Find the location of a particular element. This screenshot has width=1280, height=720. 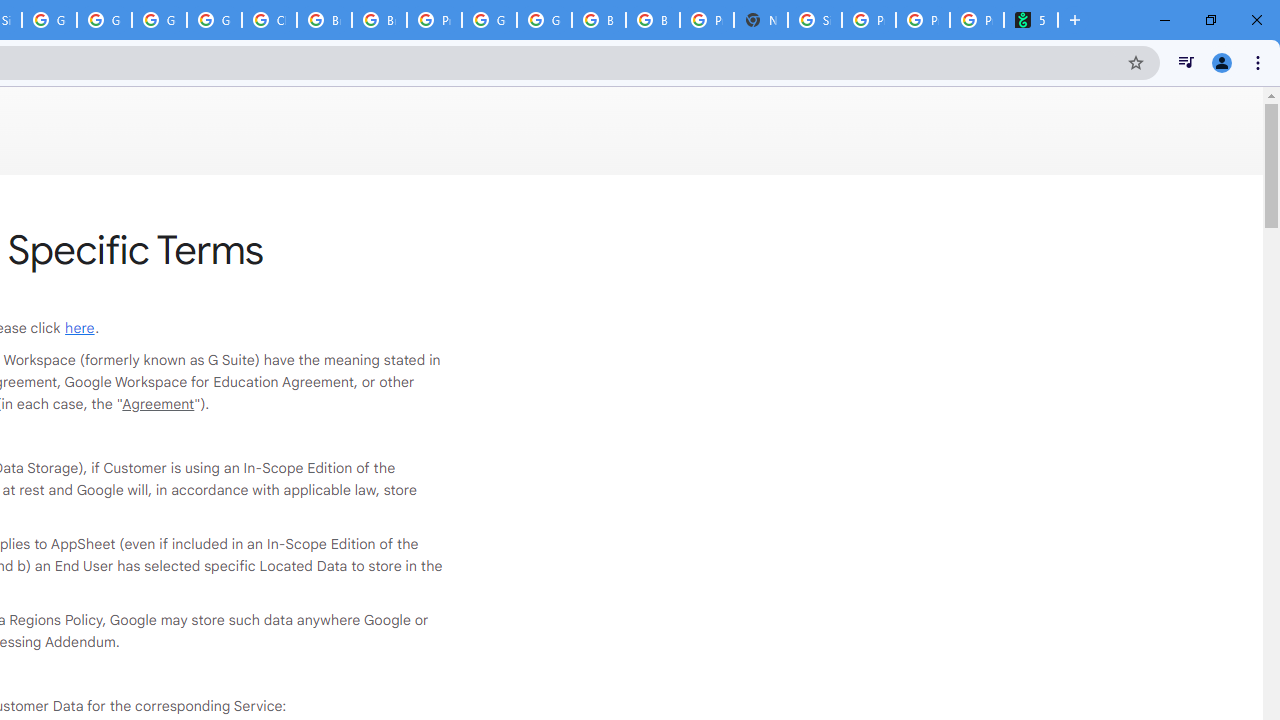

'Google Cloud Platform' is located at coordinates (544, 20).